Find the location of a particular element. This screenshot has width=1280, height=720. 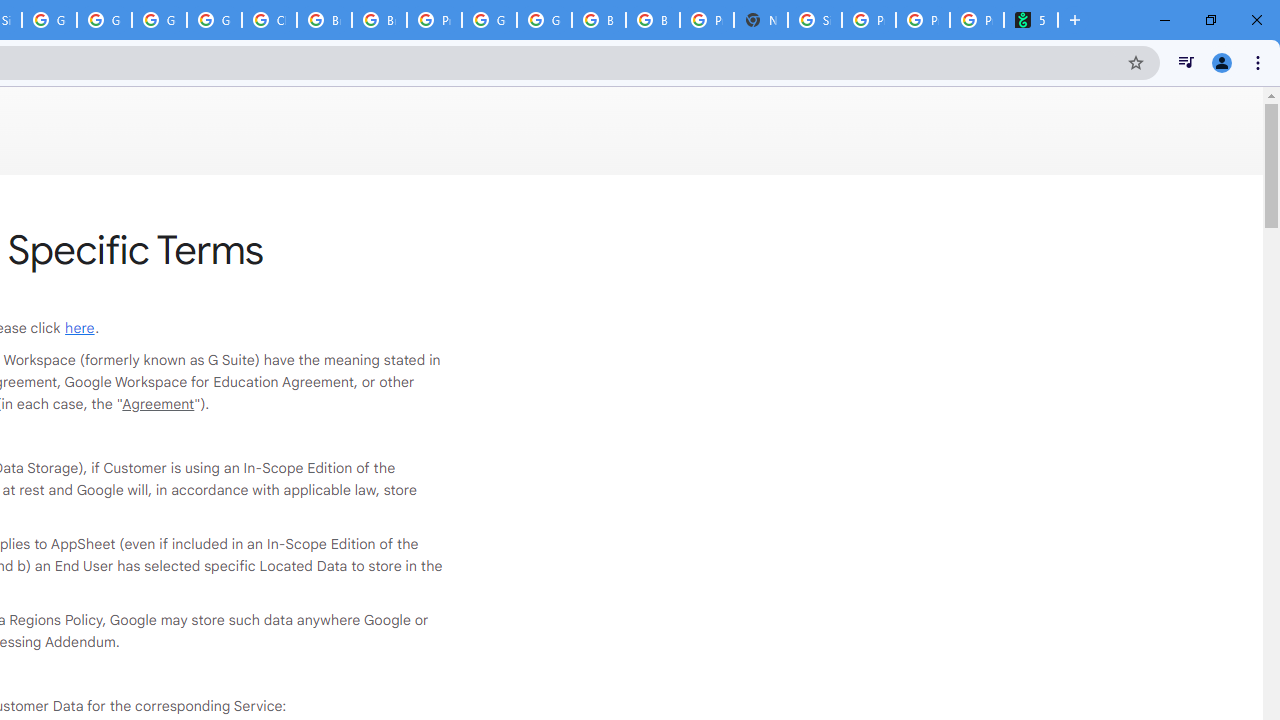

'Google Cloud Platform' is located at coordinates (544, 20).